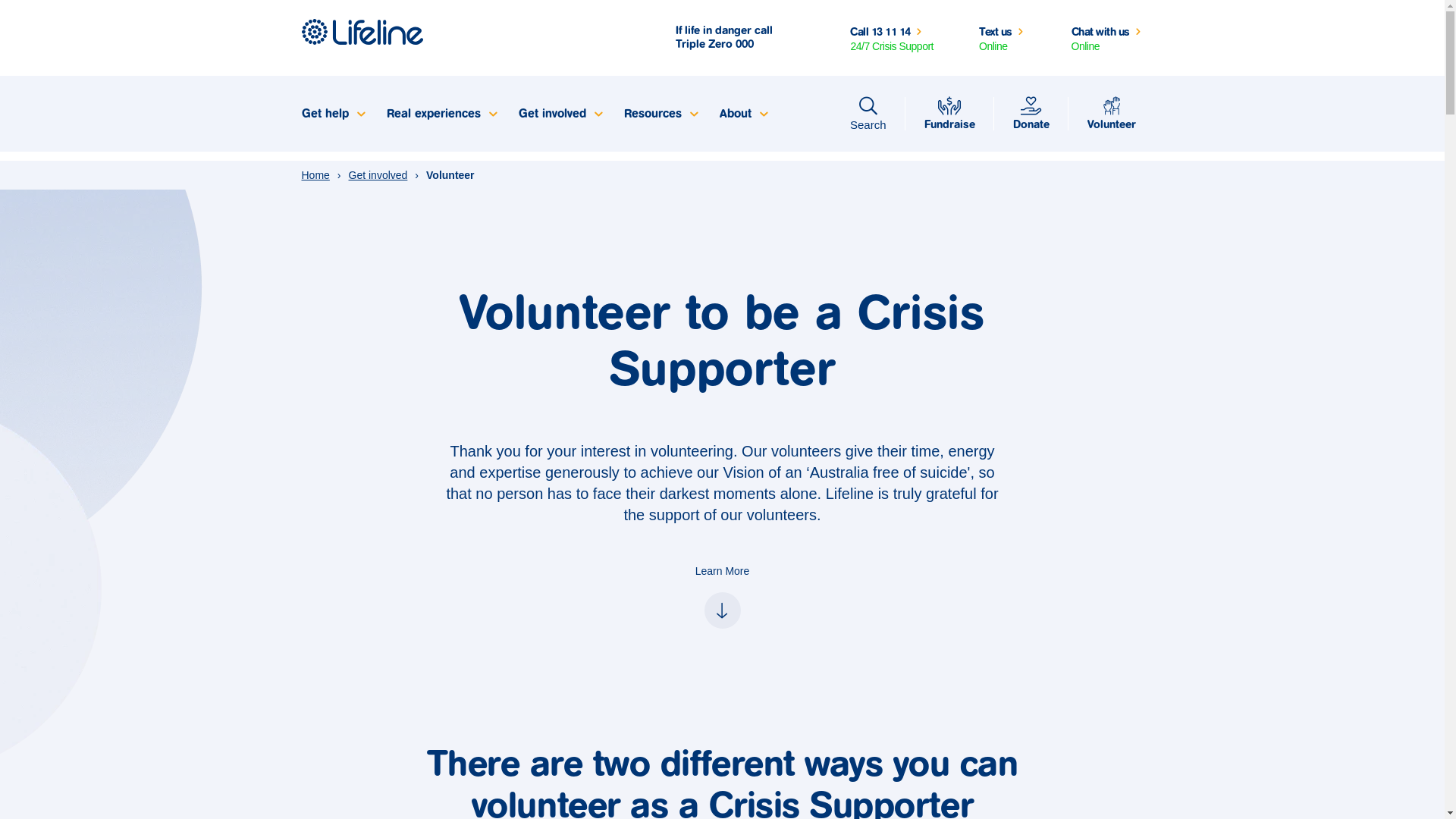 The image size is (1456, 819). I want to click on 'Search', so click(868, 113).